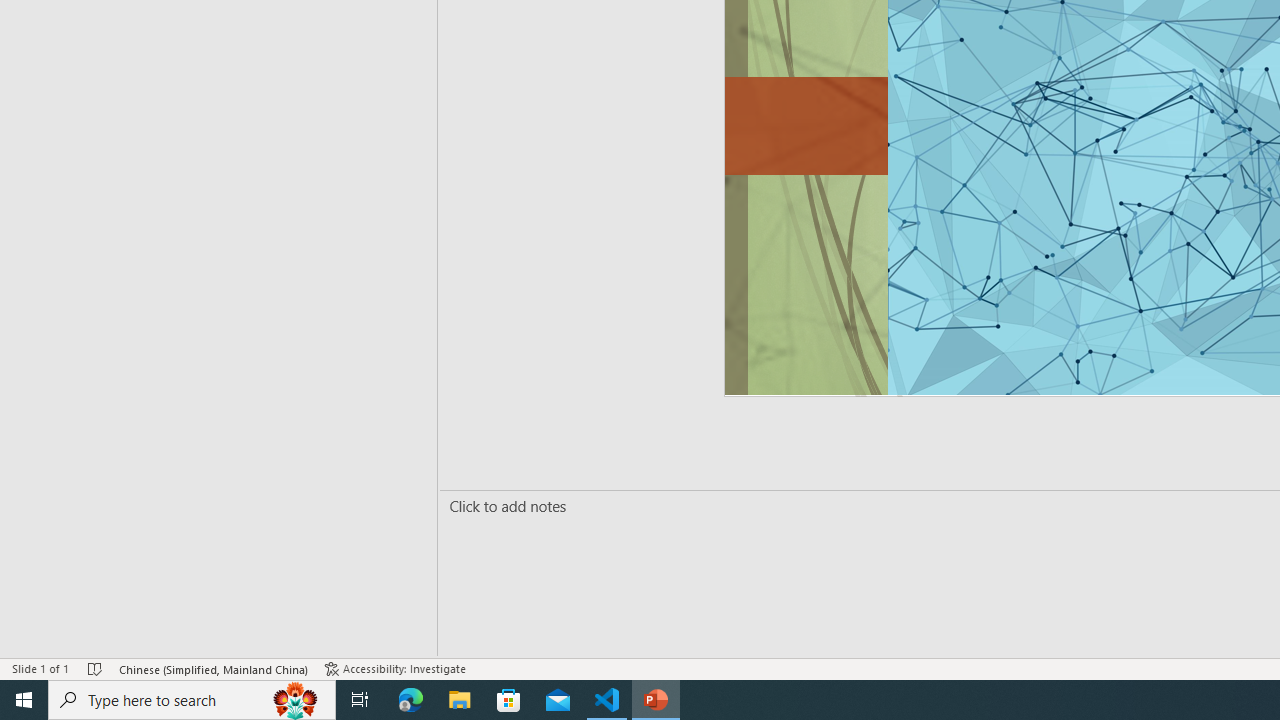 The width and height of the screenshot is (1280, 720). What do you see at coordinates (359, 698) in the screenshot?
I see `'Task View'` at bounding box center [359, 698].